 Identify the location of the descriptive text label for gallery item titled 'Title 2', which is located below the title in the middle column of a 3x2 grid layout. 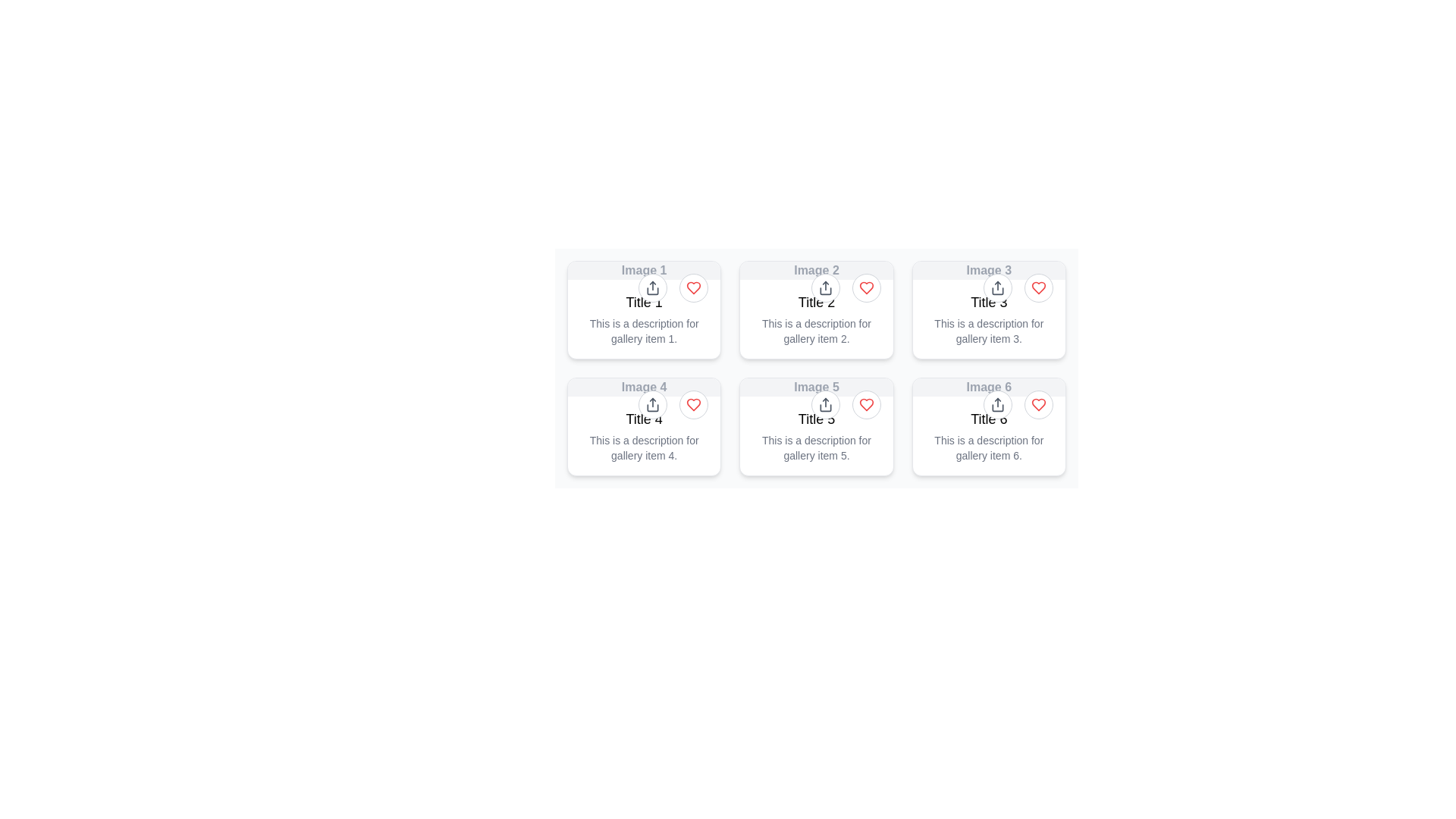
(815, 330).